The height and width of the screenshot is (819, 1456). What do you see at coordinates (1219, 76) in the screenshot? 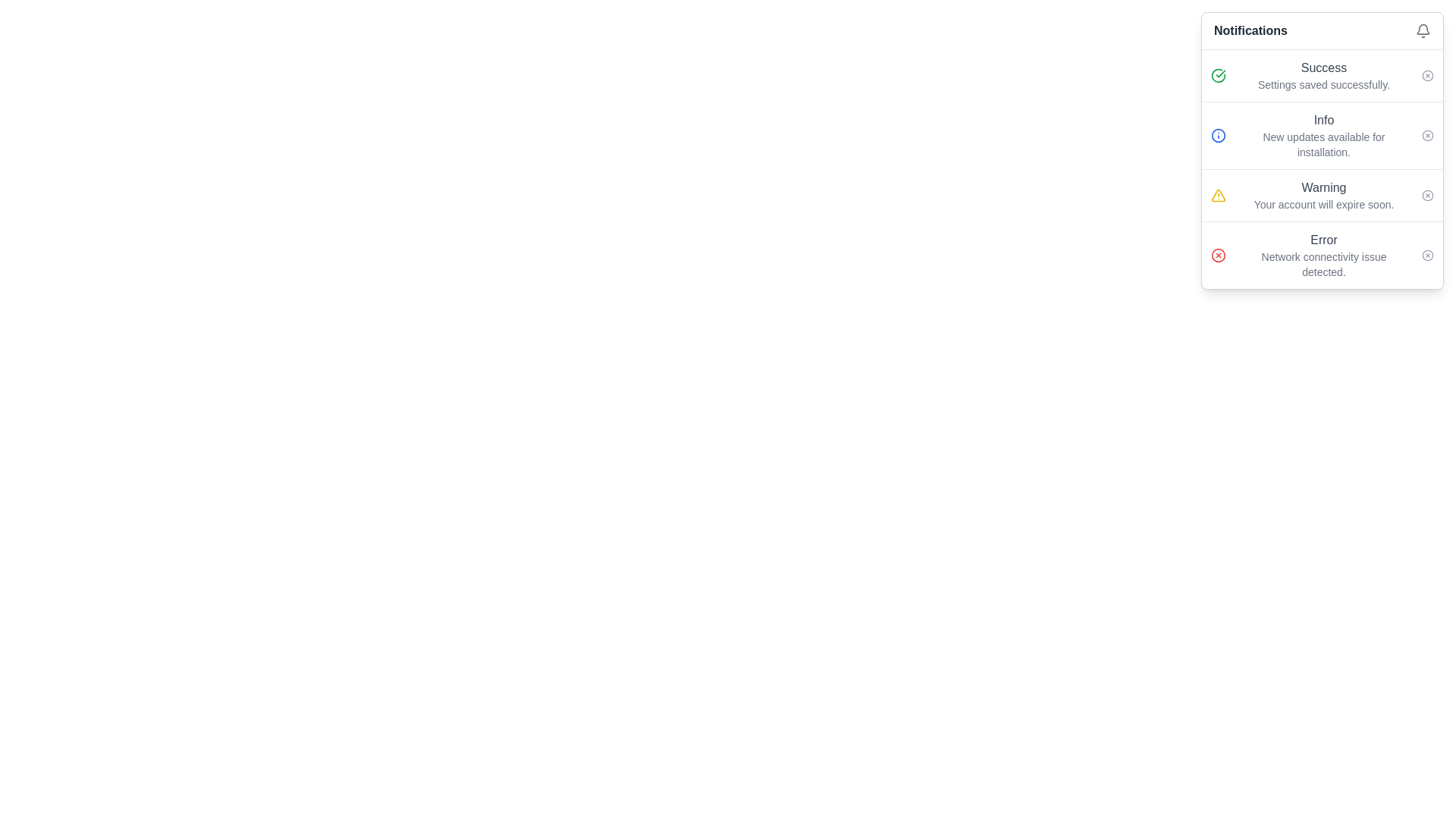
I see `the green circular icon with a check mark located in the top position of the notification list items within the notification panel, next to the 'Success' text` at bounding box center [1219, 76].